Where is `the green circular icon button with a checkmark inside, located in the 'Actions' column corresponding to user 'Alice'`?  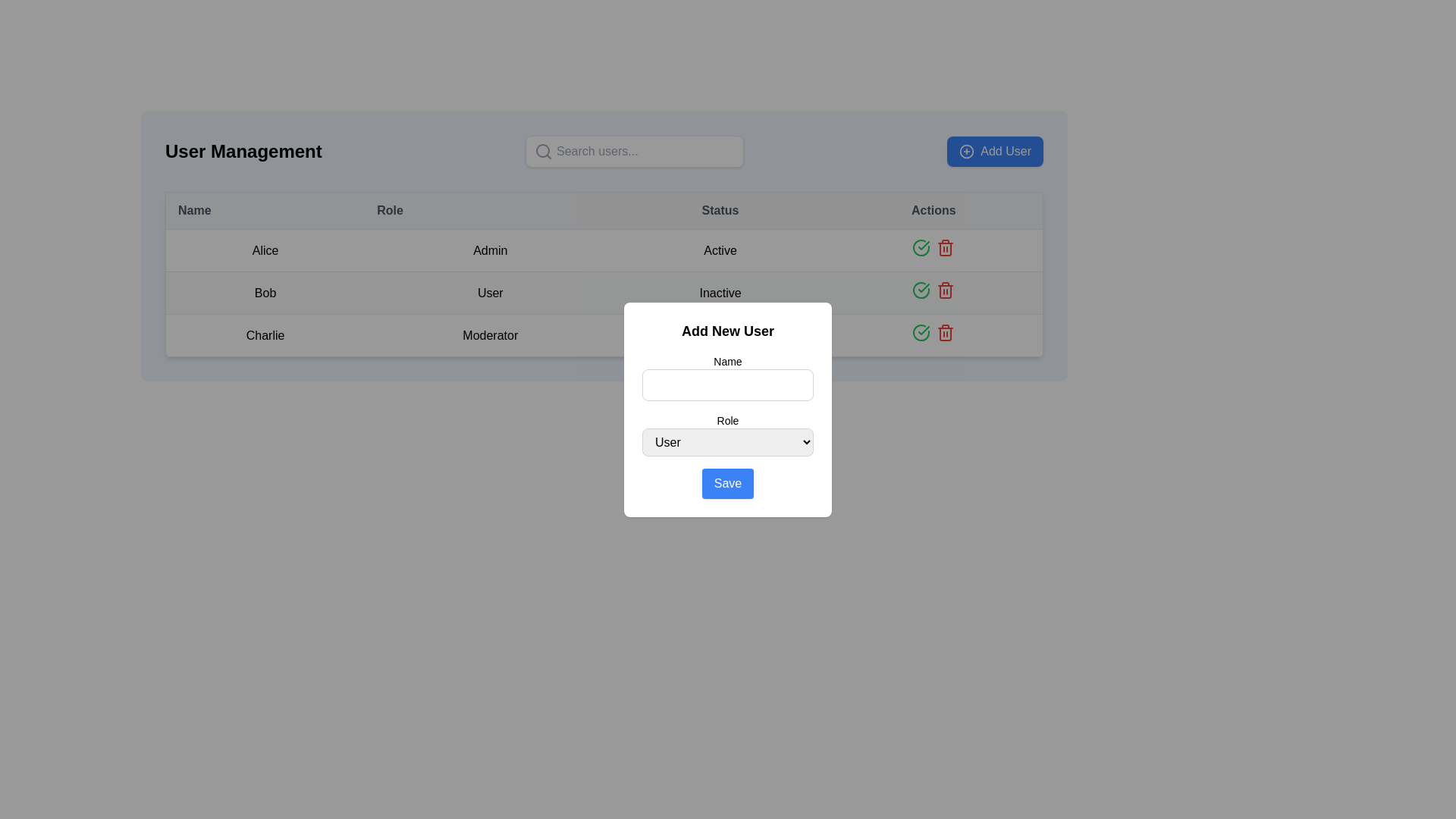
the green circular icon button with a checkmark inside, located in the 'Actions' column corresponding to user 'Alice' is located at coordinates (921, 247).